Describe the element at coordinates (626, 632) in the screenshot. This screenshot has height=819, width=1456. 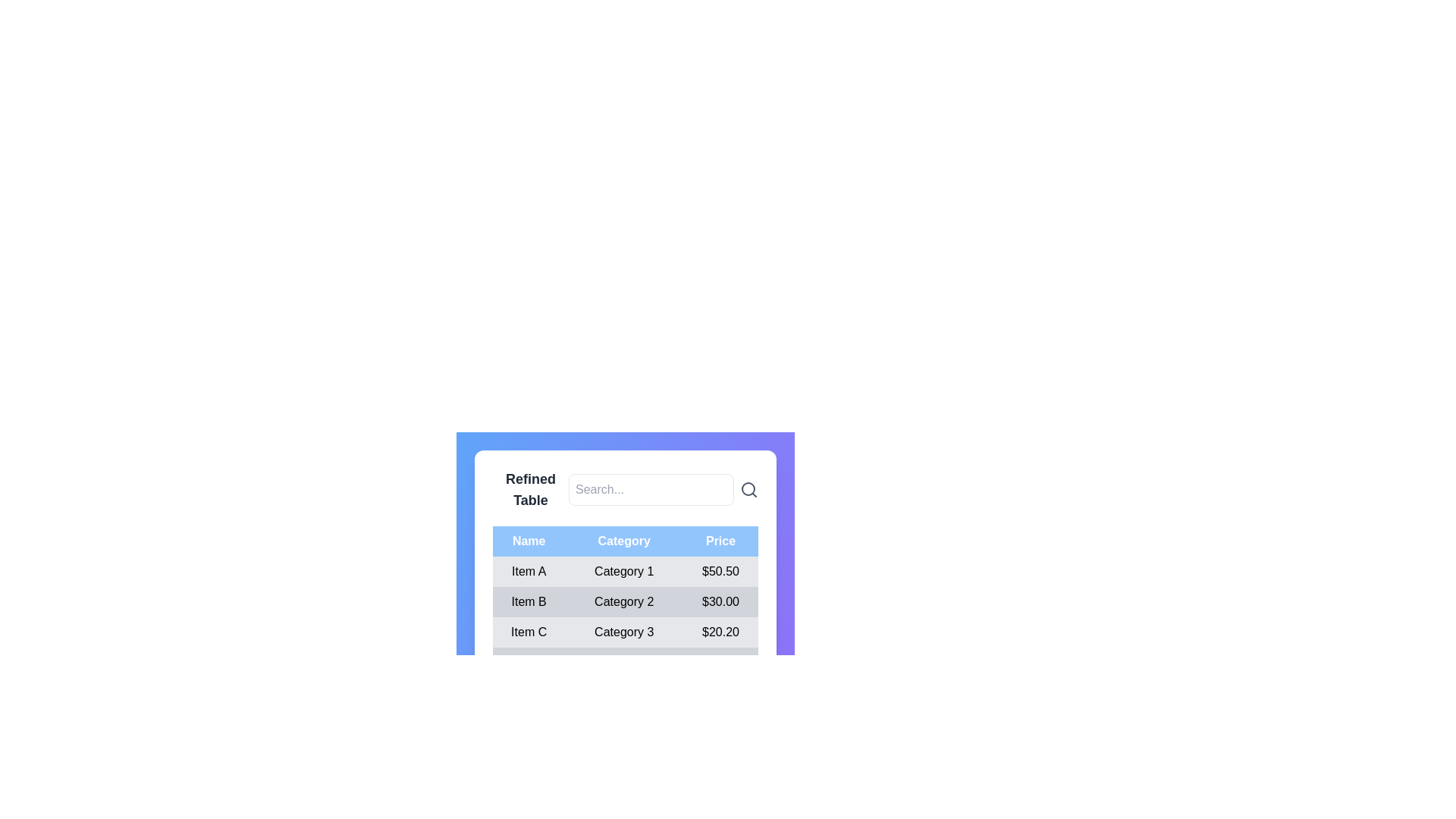
I see `the third row of the table that displays data for items, located between 'Item B' and 'Item D'` at that location.